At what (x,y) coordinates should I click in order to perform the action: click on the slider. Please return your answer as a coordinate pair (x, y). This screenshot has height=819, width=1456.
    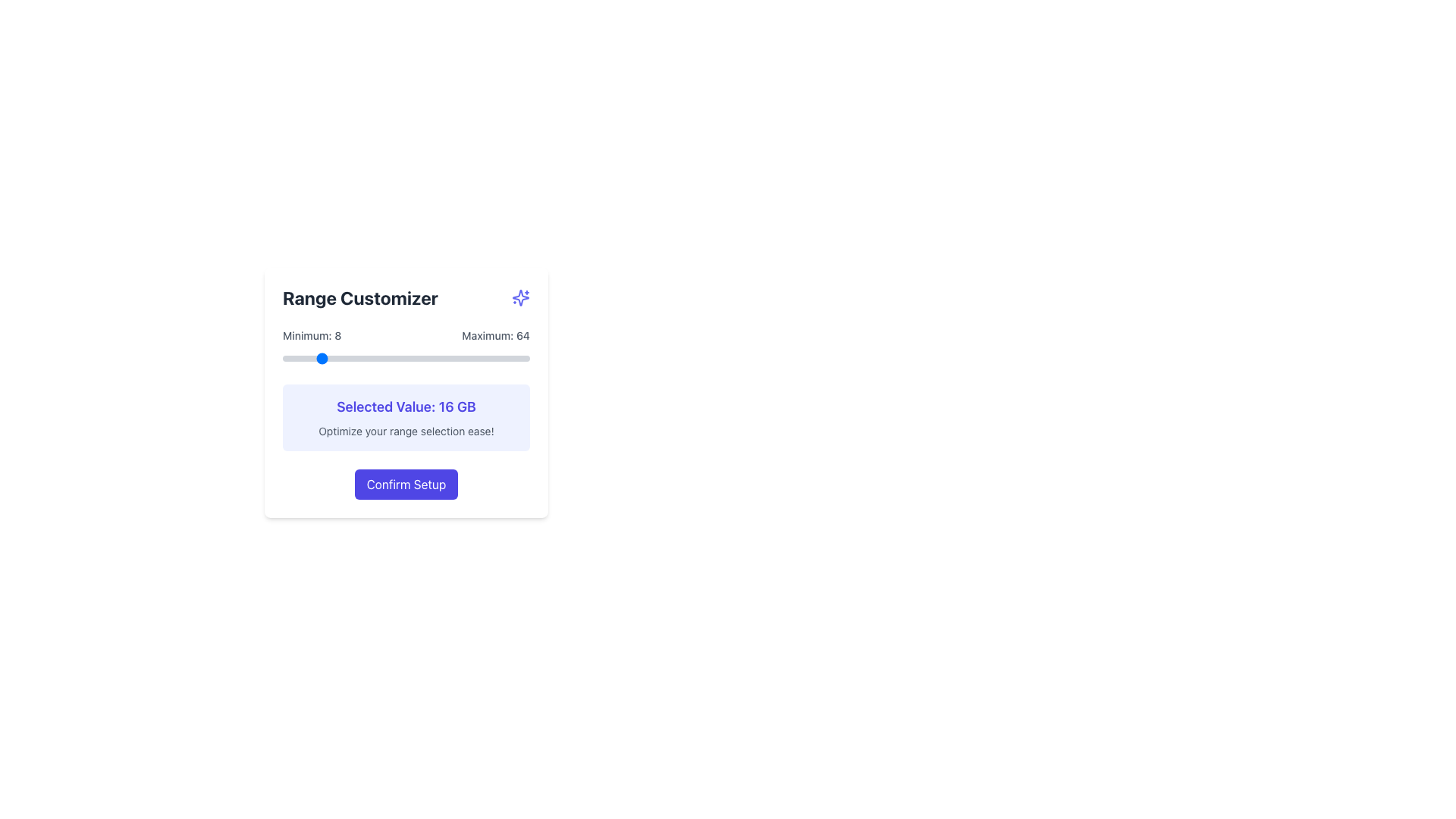
    Looking at the image, I should click on (344, 359).